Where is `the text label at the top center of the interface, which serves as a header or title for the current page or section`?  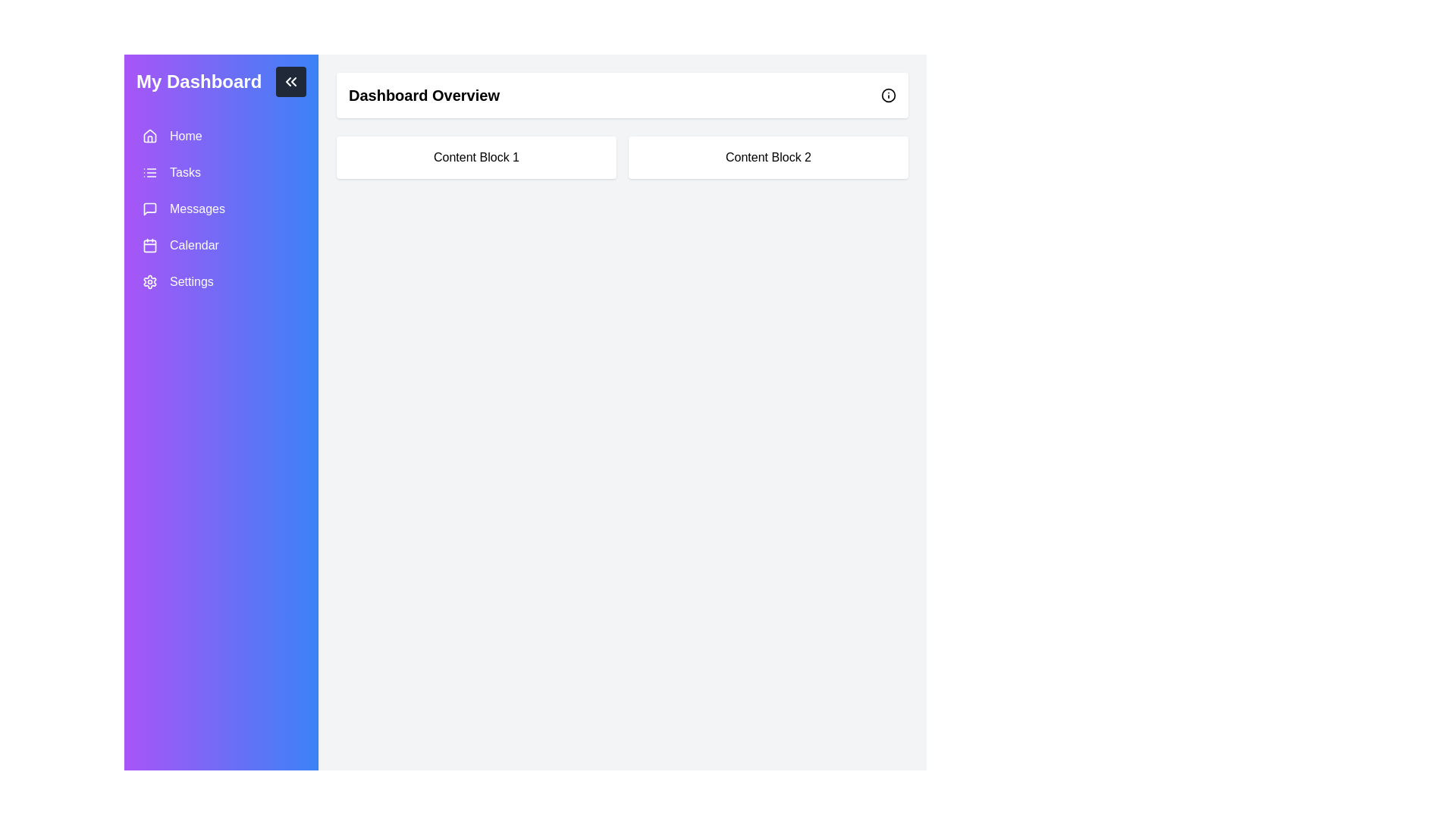
the text label at the top center of the interface, which serves as a header or title for the current page or section is located at coordinates (424, 96).